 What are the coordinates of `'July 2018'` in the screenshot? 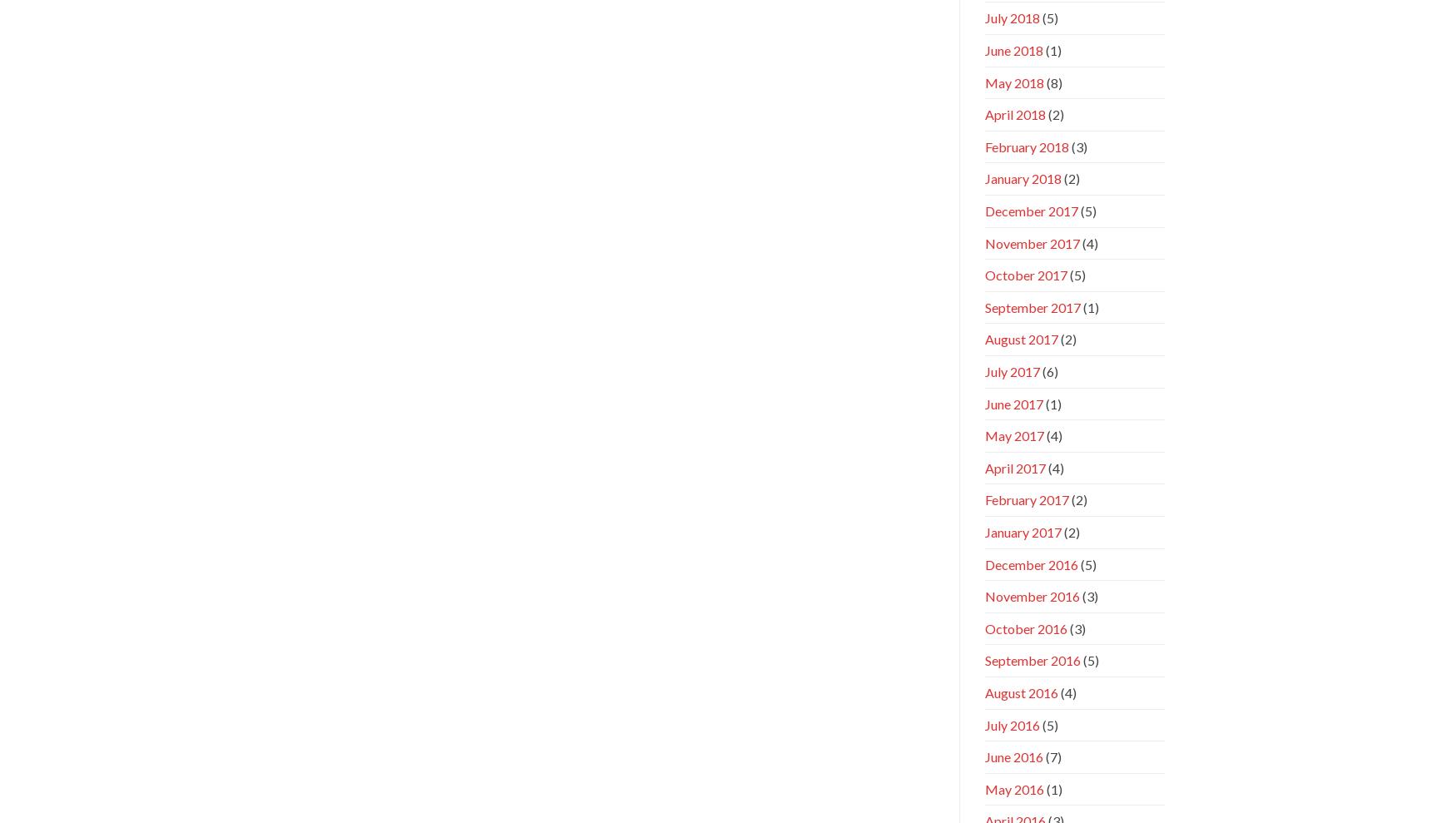 It's located at (1012, 17).